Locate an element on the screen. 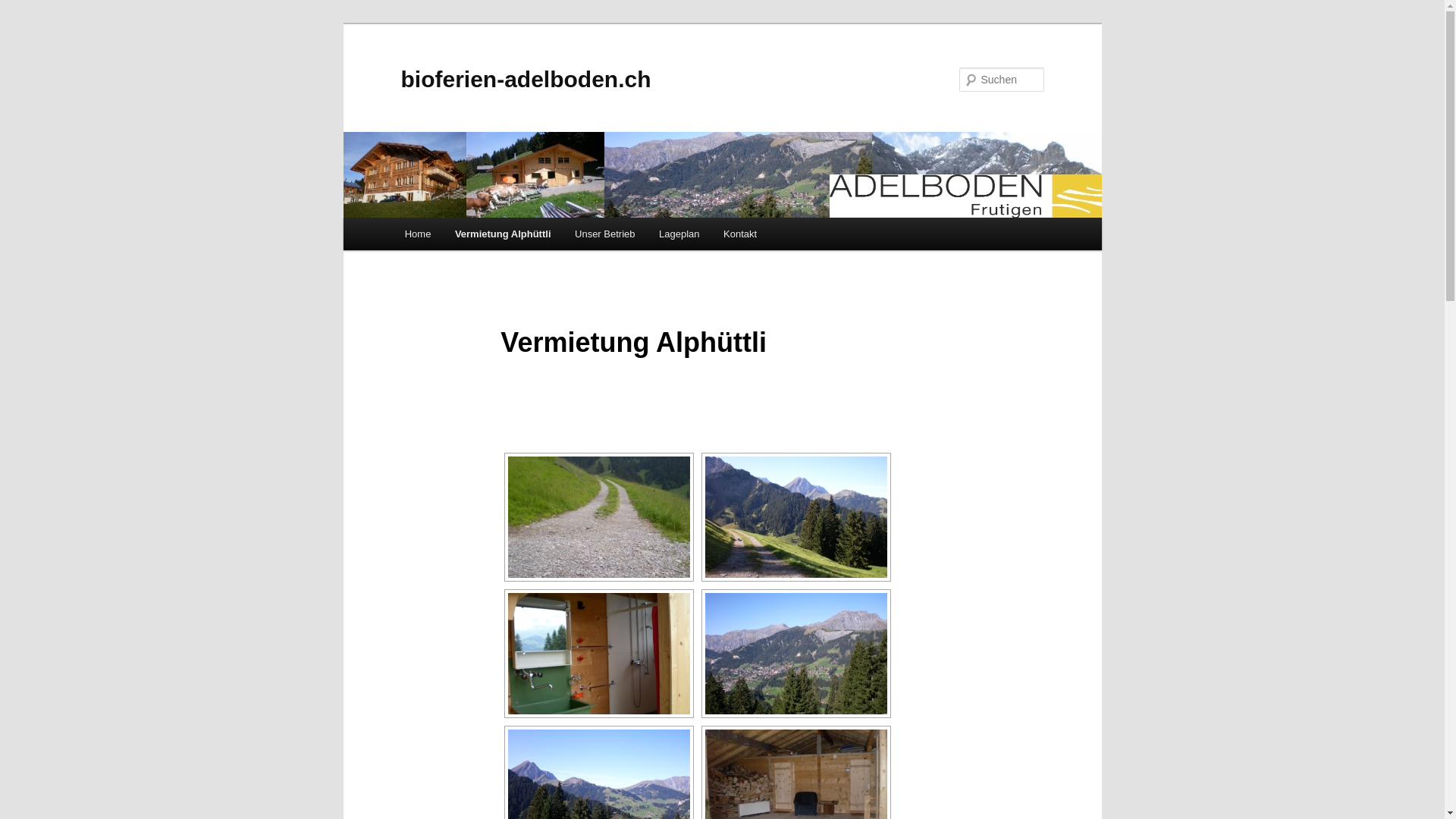 The height and width of the screenshot is (819, 1456). 'bioferien-adelboden.ch' is located at coordinates (525, 79).